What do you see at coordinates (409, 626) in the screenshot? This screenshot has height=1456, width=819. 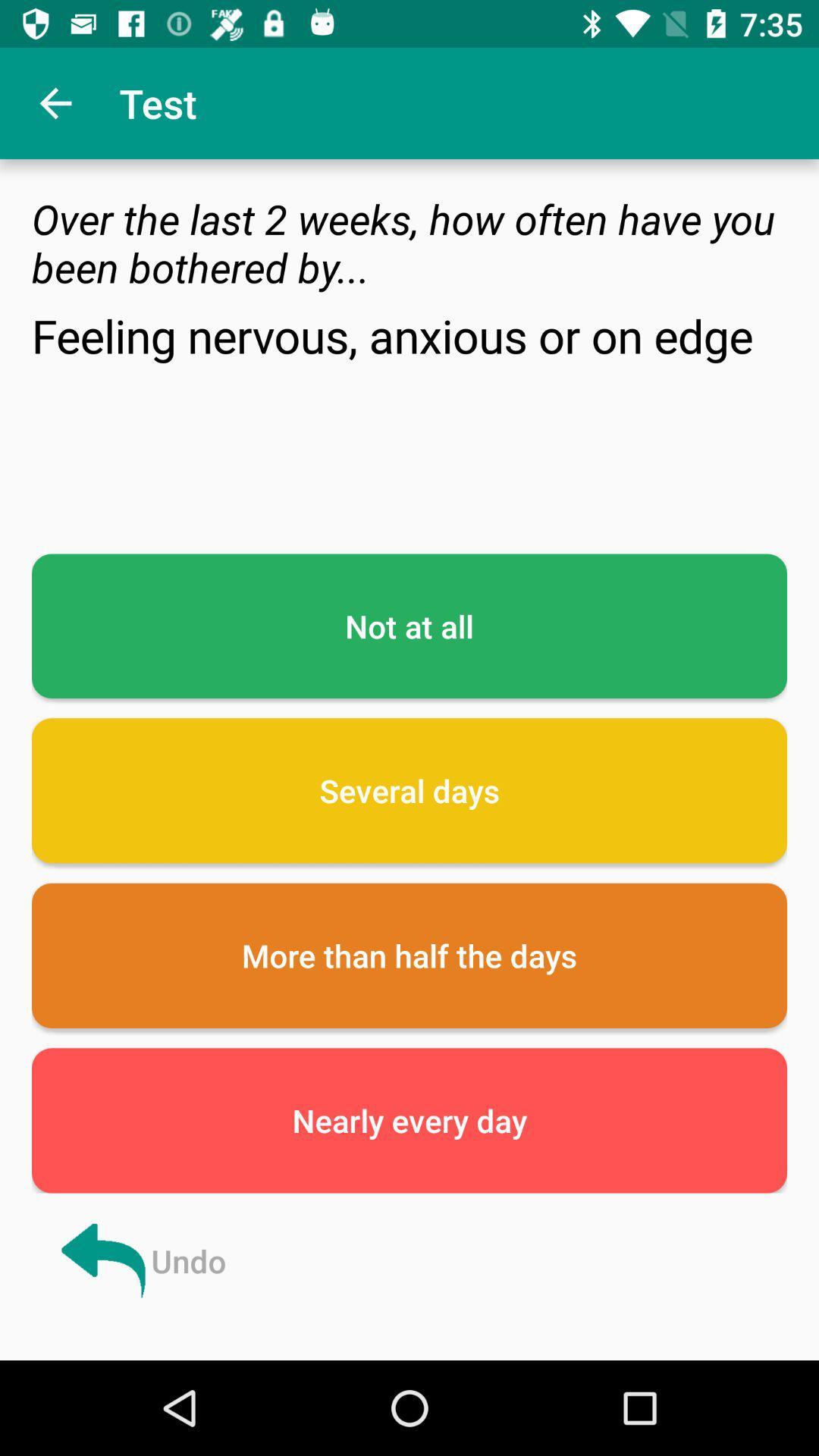 I see `the not at all item` at bounding box center [409, 626].